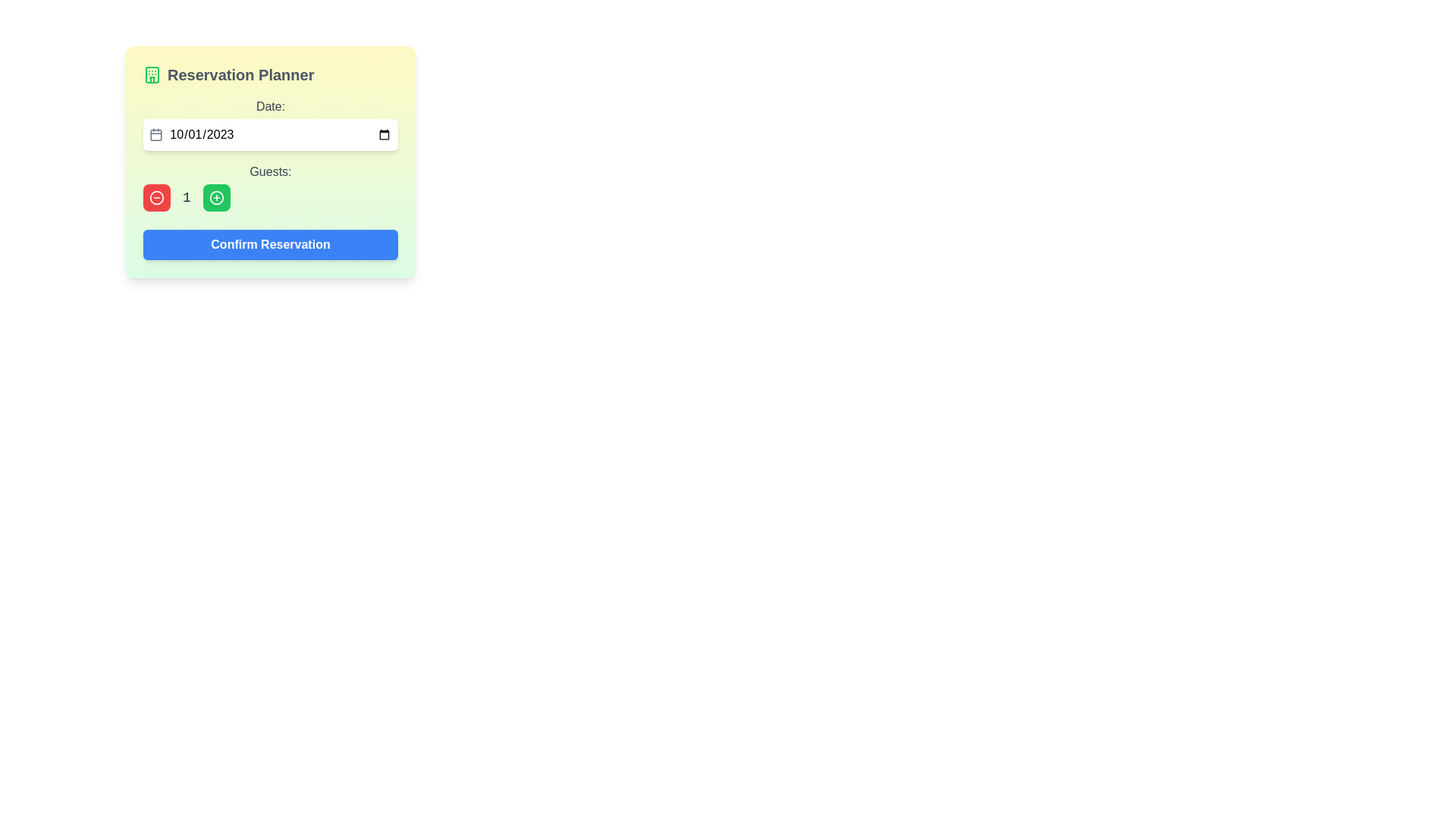  Describe the element at coordinates (215, 197) in the screenshot. I see `the green circular button with a plus symbol in the Guests section, located to the right of the numeric input for guest count` at that location.